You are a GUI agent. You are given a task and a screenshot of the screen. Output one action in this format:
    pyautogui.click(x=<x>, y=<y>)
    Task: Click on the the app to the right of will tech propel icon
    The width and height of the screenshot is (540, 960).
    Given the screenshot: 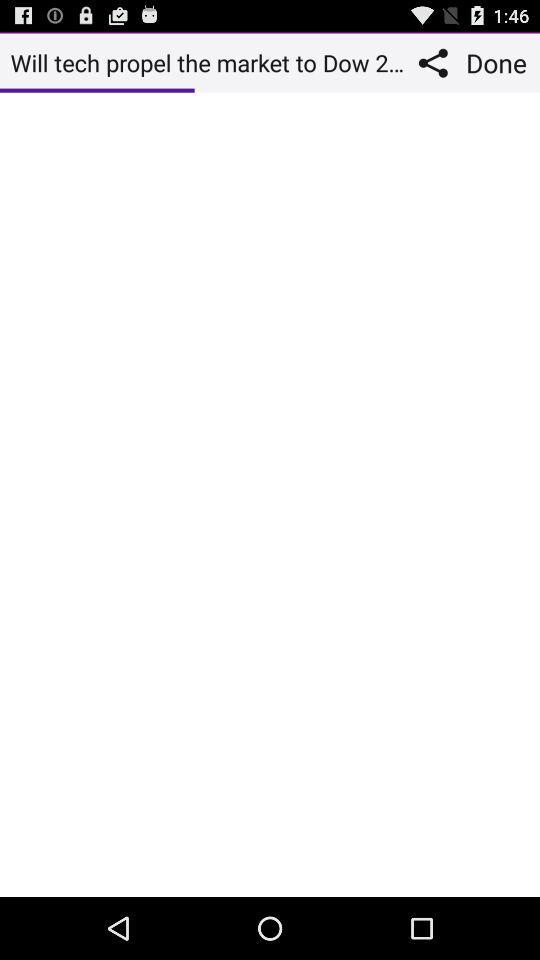 What is the action you would take?
    pyautogui.click(x=437, y=62)
    